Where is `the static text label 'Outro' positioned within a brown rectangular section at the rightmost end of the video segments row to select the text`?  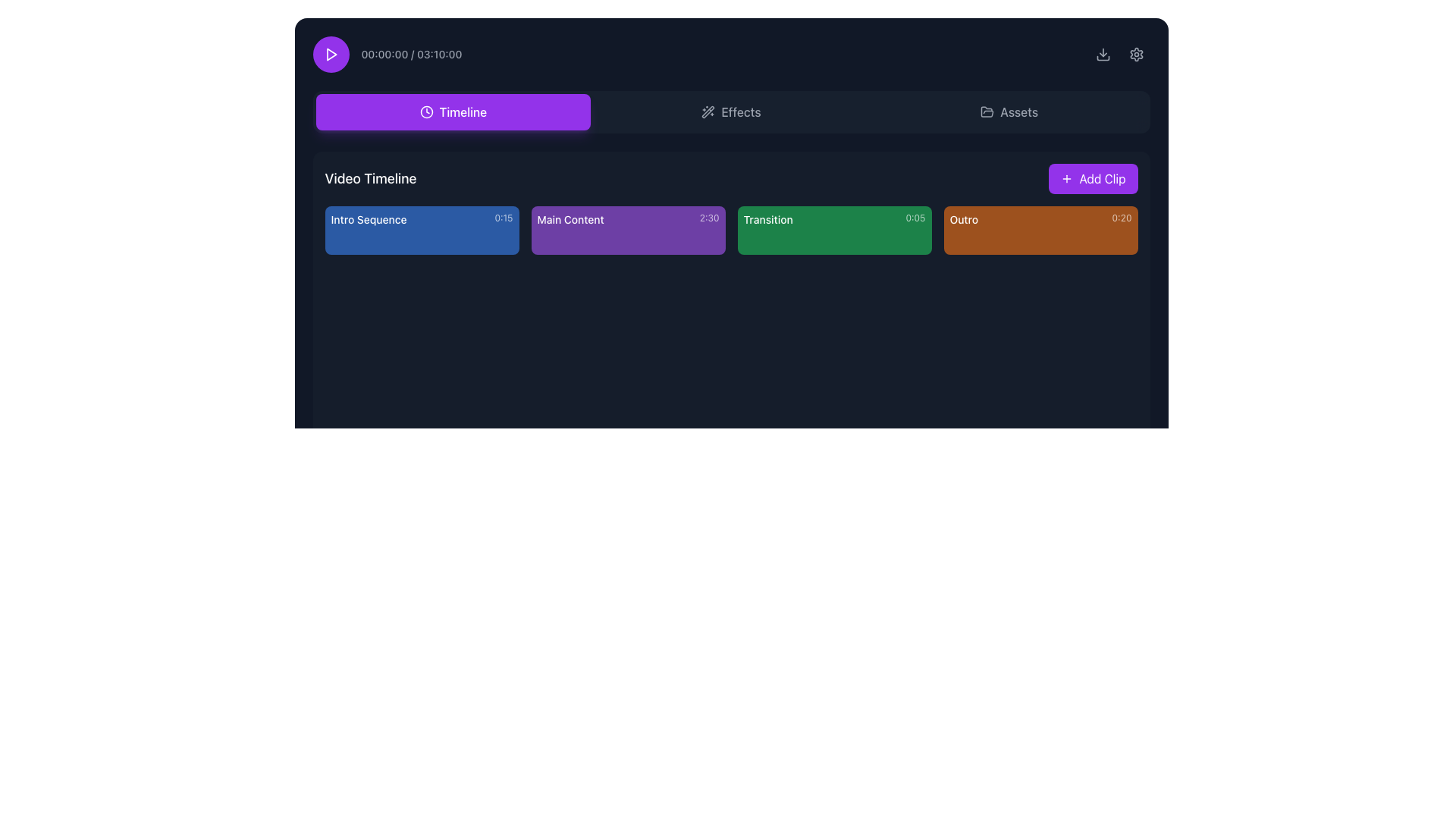
the static text label 'Outro' positioned within a brown rectangular section at the rightmost end of the video segments row to select the text is located at coordinates (963, 219).